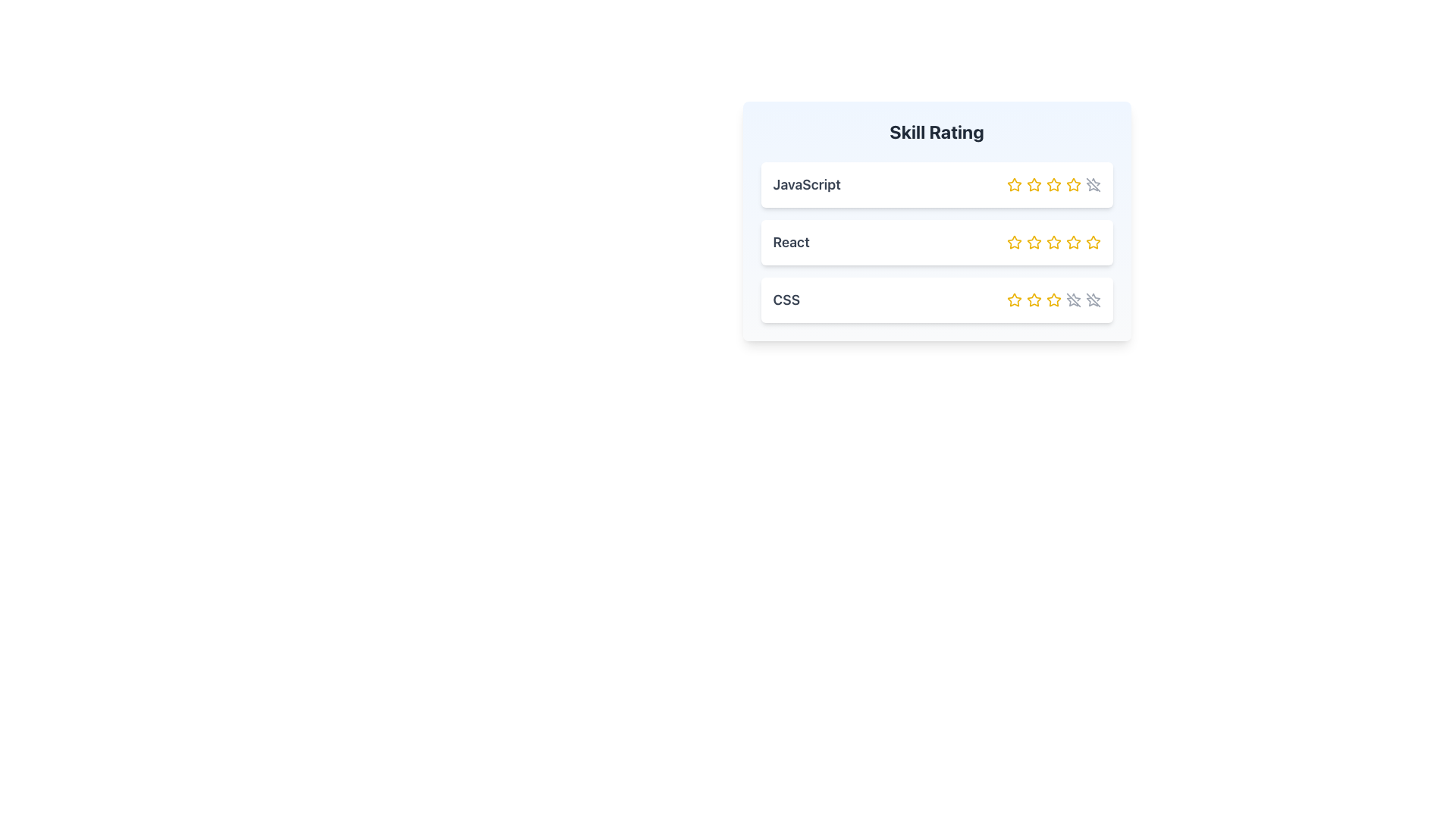  What do you see at coordinates (1093, 184) in the screenshot?
I see `the fifth star in the rating component for the JavaScript skill, which is styled to appear disabled with a non-filled outline and a crossed-out line through its center, indicating it is unselectable` at bounding box center [1093, 184].